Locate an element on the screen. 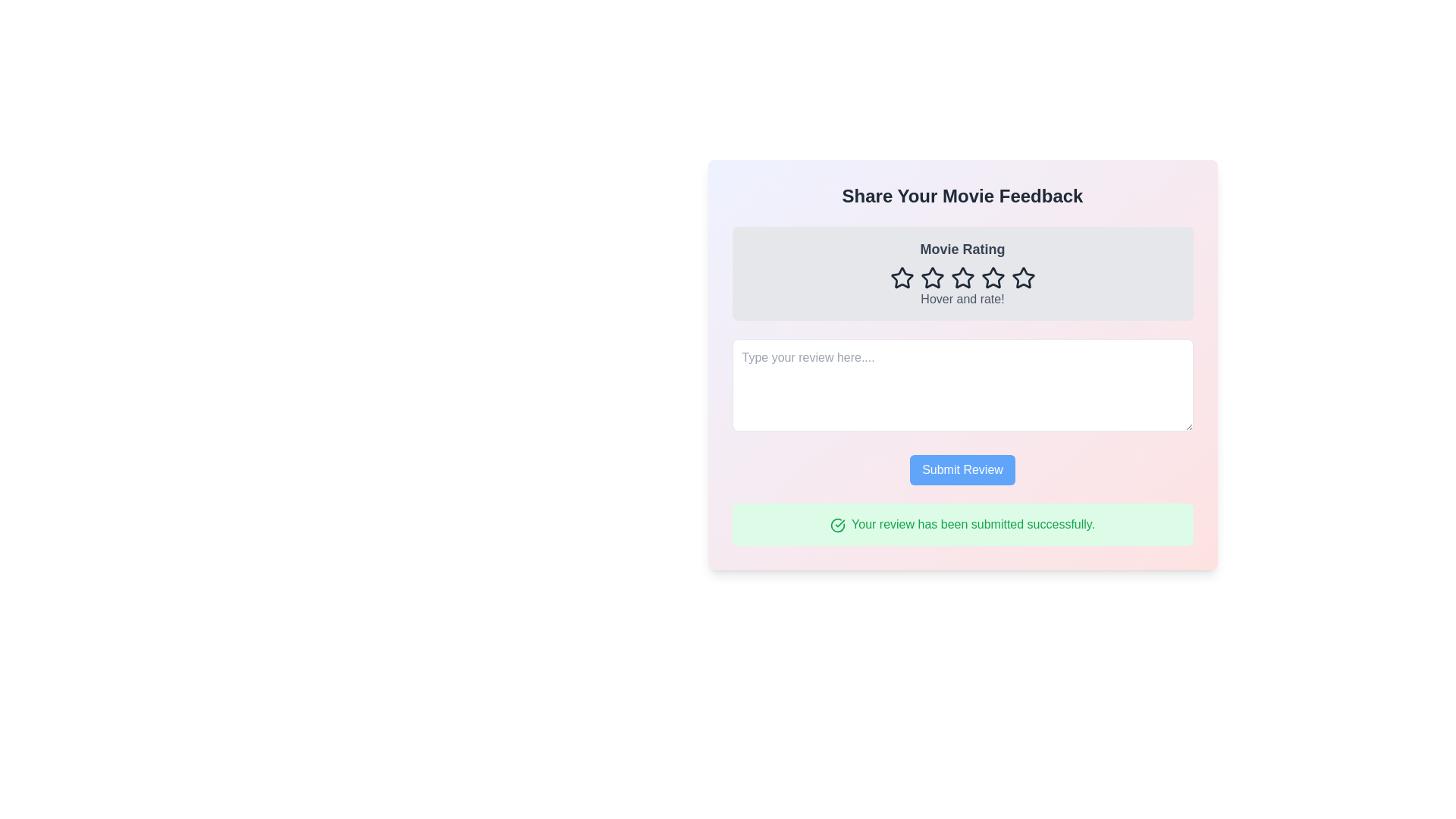 Image resolution: width=1456 pixels, height=819 pixels. the first star icon is located at coordinates (902, 278).